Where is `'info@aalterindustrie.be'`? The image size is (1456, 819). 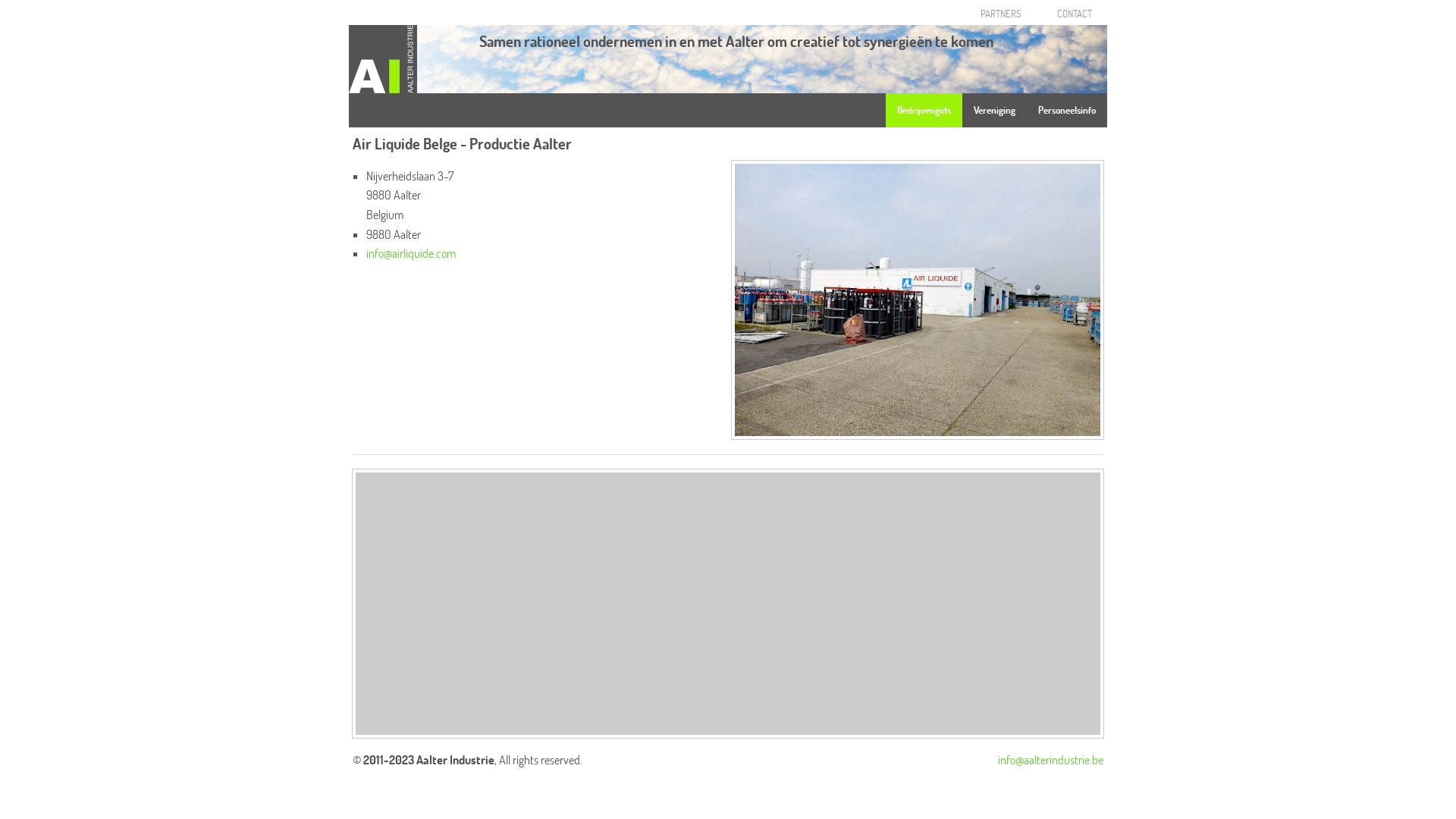
'info@aalterindustrie.be' is located at coordinates (997, 760).